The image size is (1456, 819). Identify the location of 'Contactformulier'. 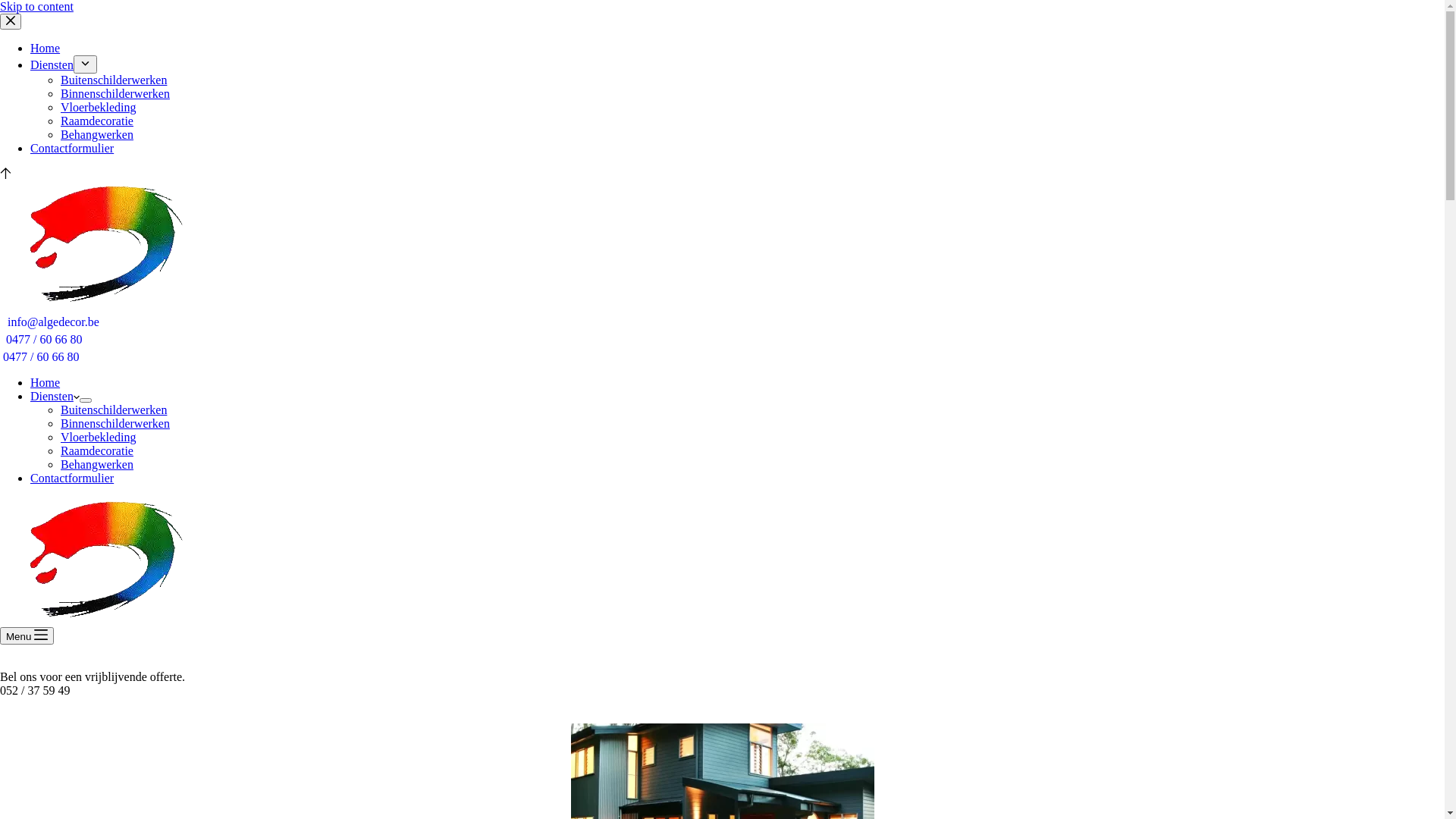
(71, 478).